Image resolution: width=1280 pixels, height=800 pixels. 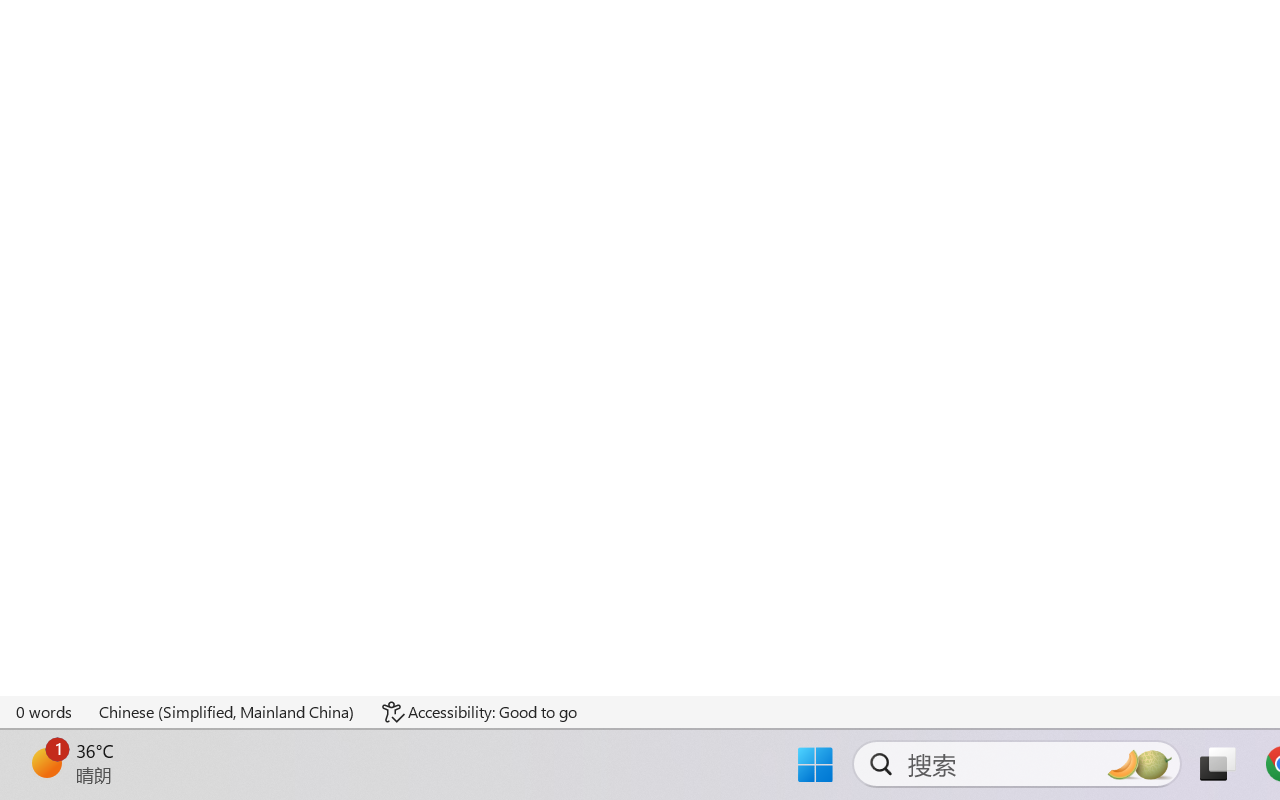 What do you see at coordinates (227, 711) in the screenshot?
I see `'Language Chinese (Simplified, Mainland China)'` at bounding box center [227, 711].